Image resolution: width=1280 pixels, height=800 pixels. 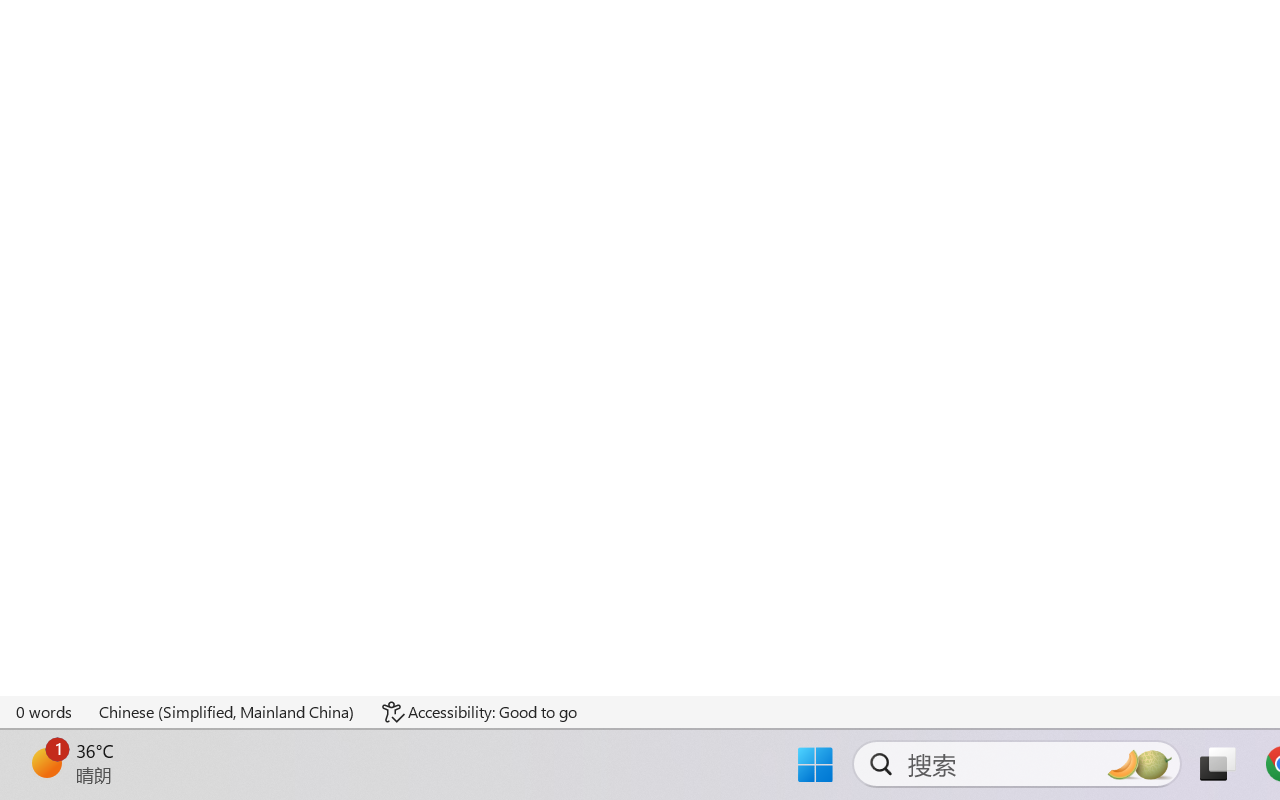 What do you see at coordinates (227, 711) in the screenshot?
I see `'Language Chinese (Simplified, Mainland China)'` at bounding box center [227, 711].